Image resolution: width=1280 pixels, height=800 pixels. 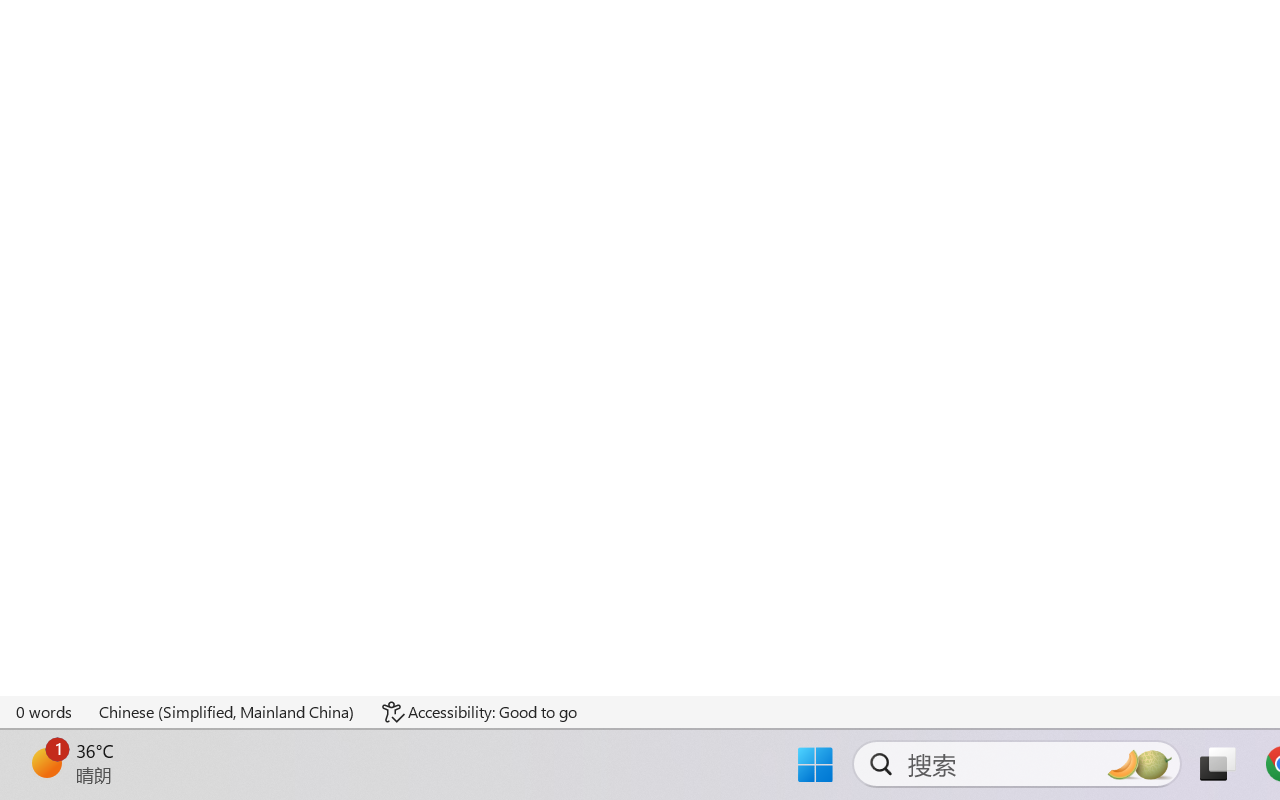 What do you see at coordinates (227, 711) in the screenshot?
I see `'Language Chinese (Simplified, Mainland China)'` at bounding box center [227, 711].